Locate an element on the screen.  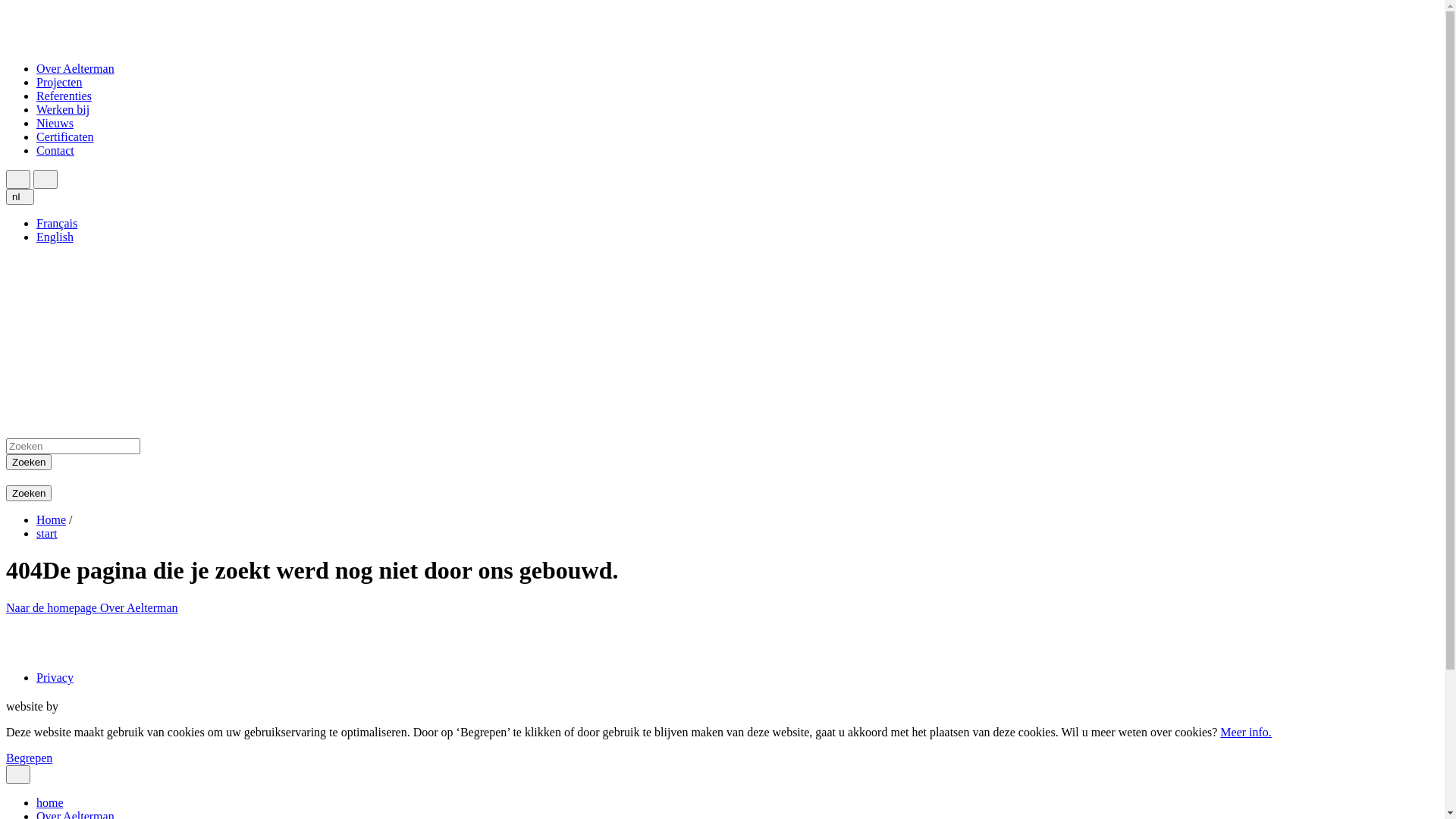
'Meer info.' is located at coordinates (1245, 731).